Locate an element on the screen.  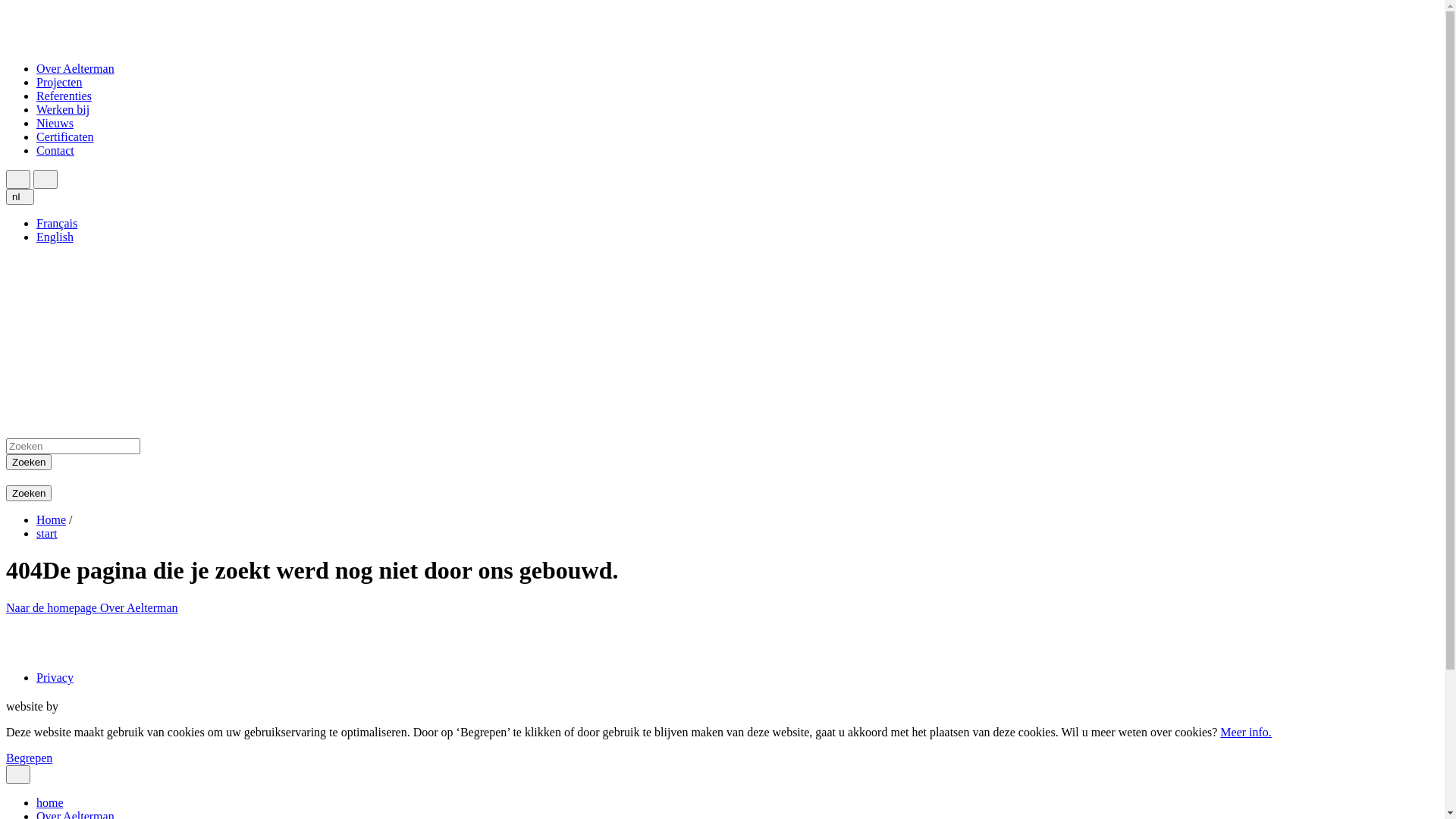
'Meer info.' is located at coordinates (1245, 731).